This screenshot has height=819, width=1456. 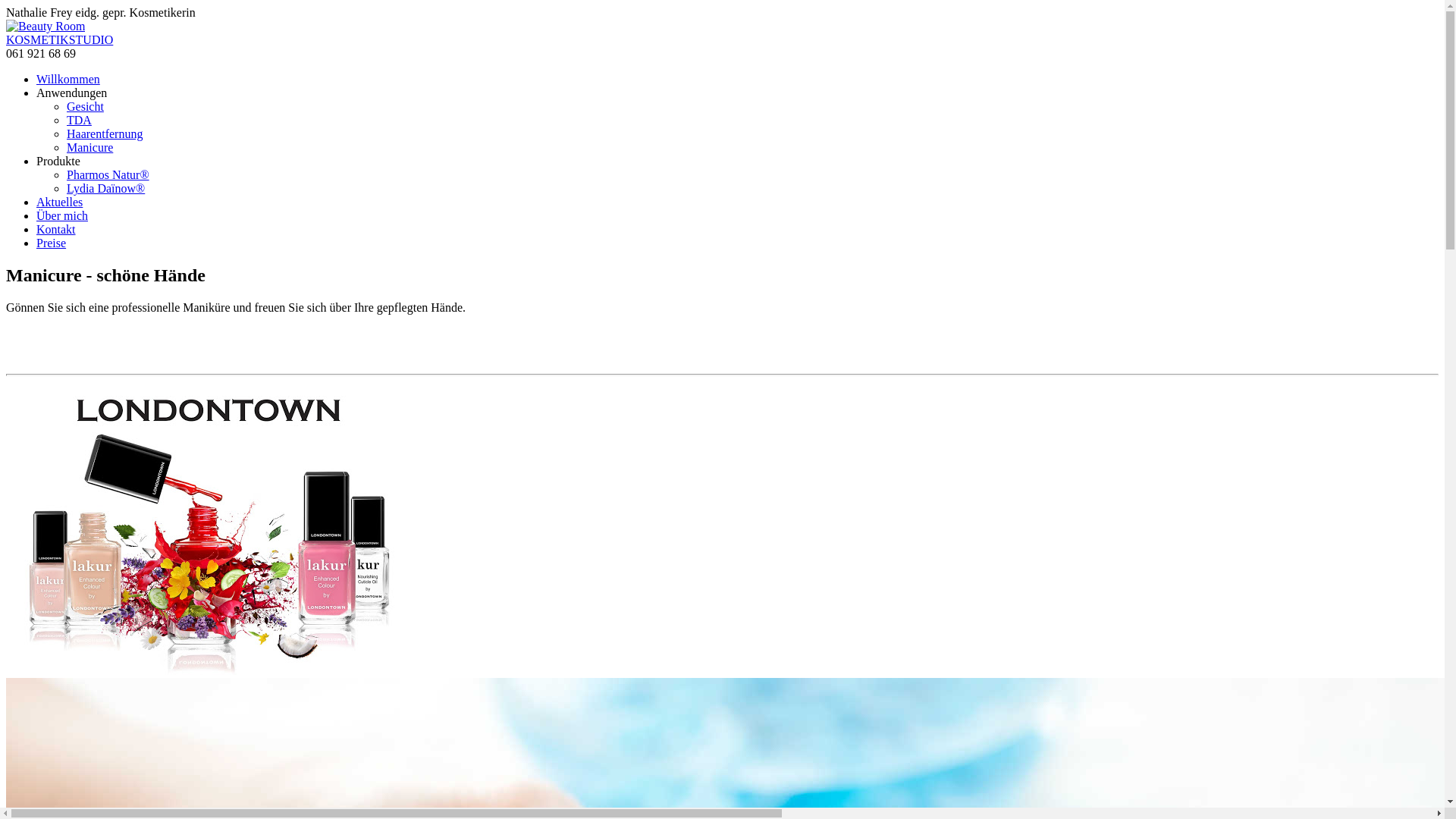 I want to click on 'Gesicht', so click(x=84, y=105).